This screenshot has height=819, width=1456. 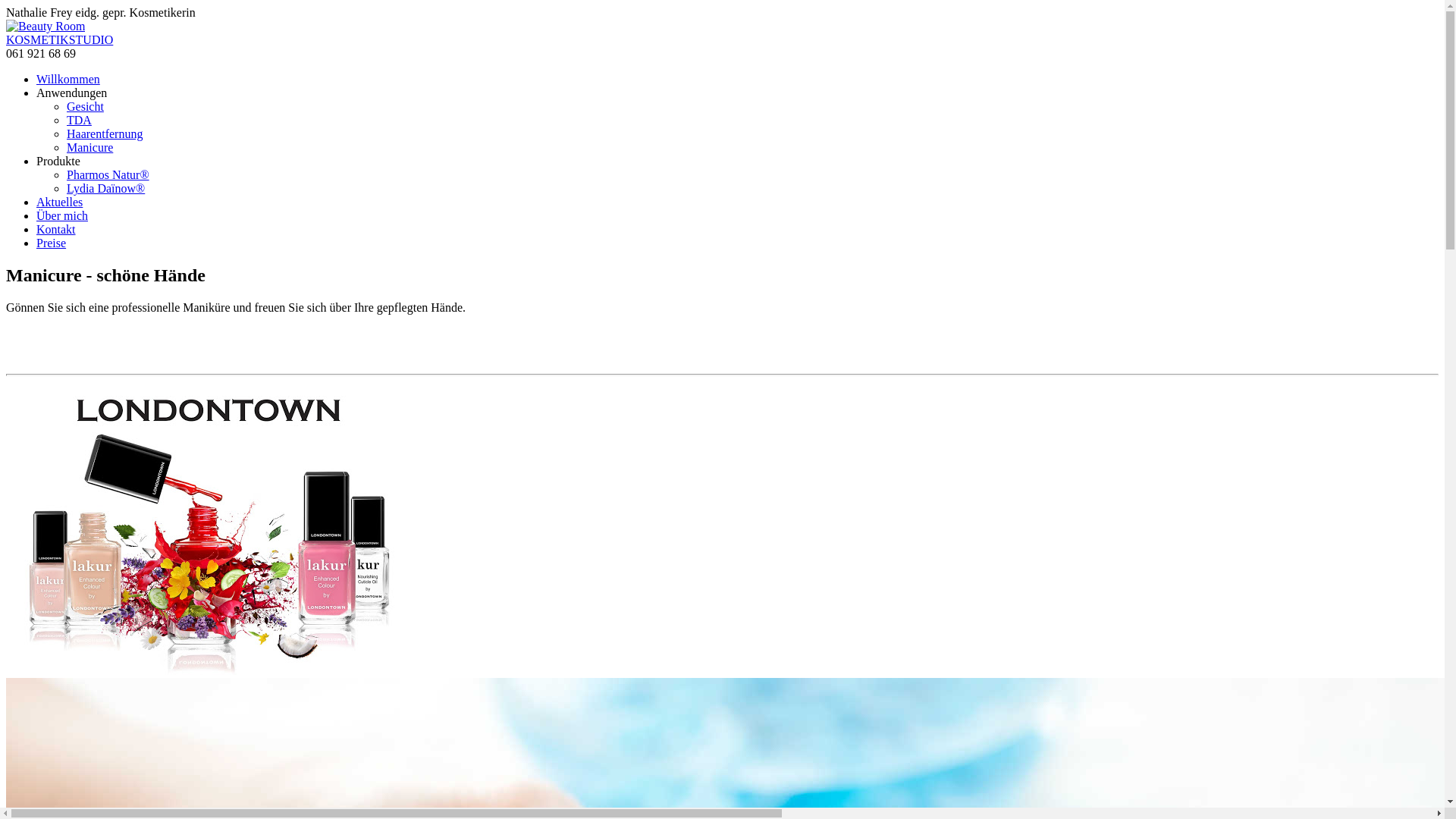 I want to click on 'Gesicht', so click(x=84, y=105).